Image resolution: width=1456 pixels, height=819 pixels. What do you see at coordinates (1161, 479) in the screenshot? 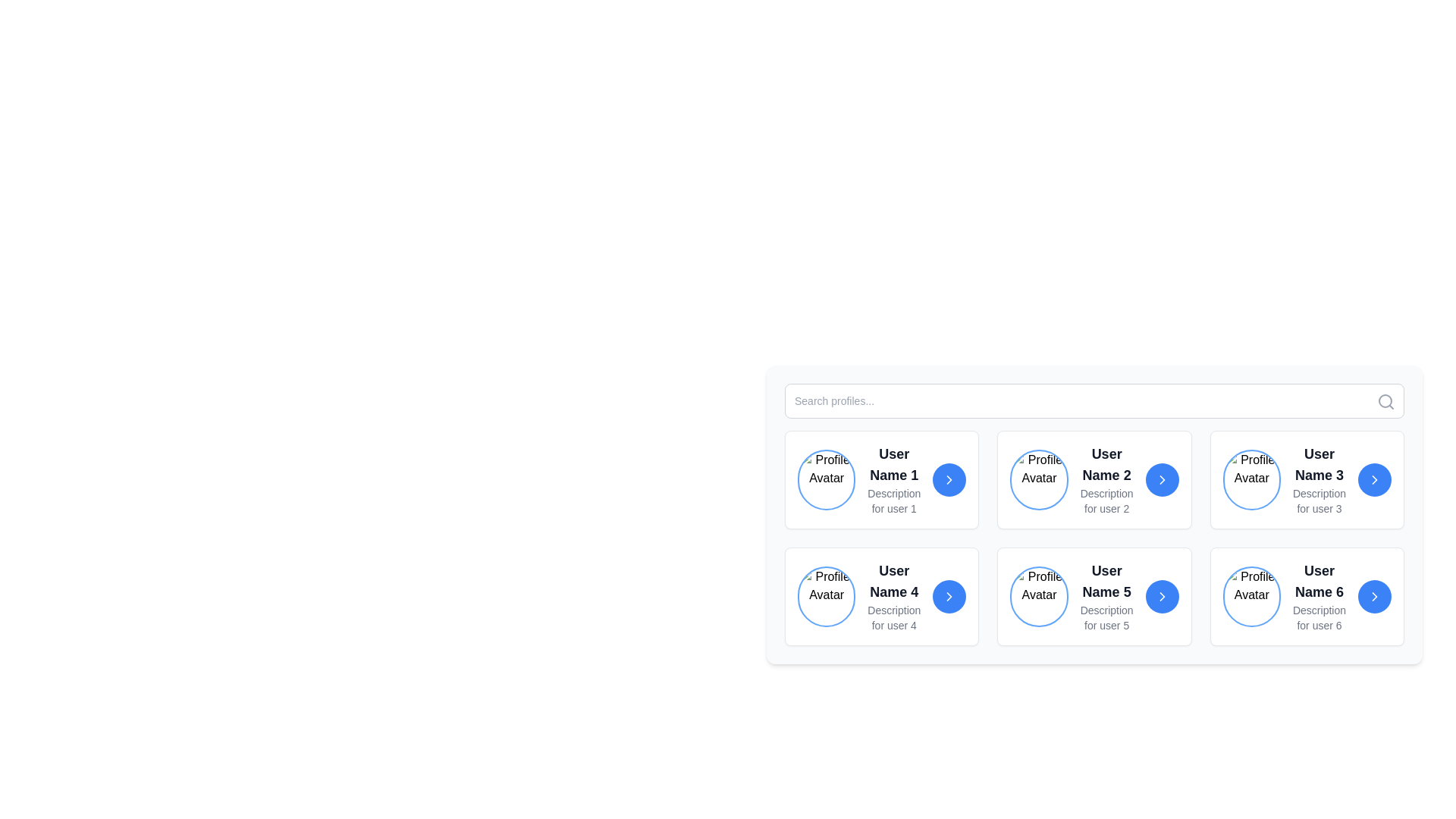
I see `the navigation icon located on the far right side of the second card in the profile card layout` at bounding box center [1161, 479].